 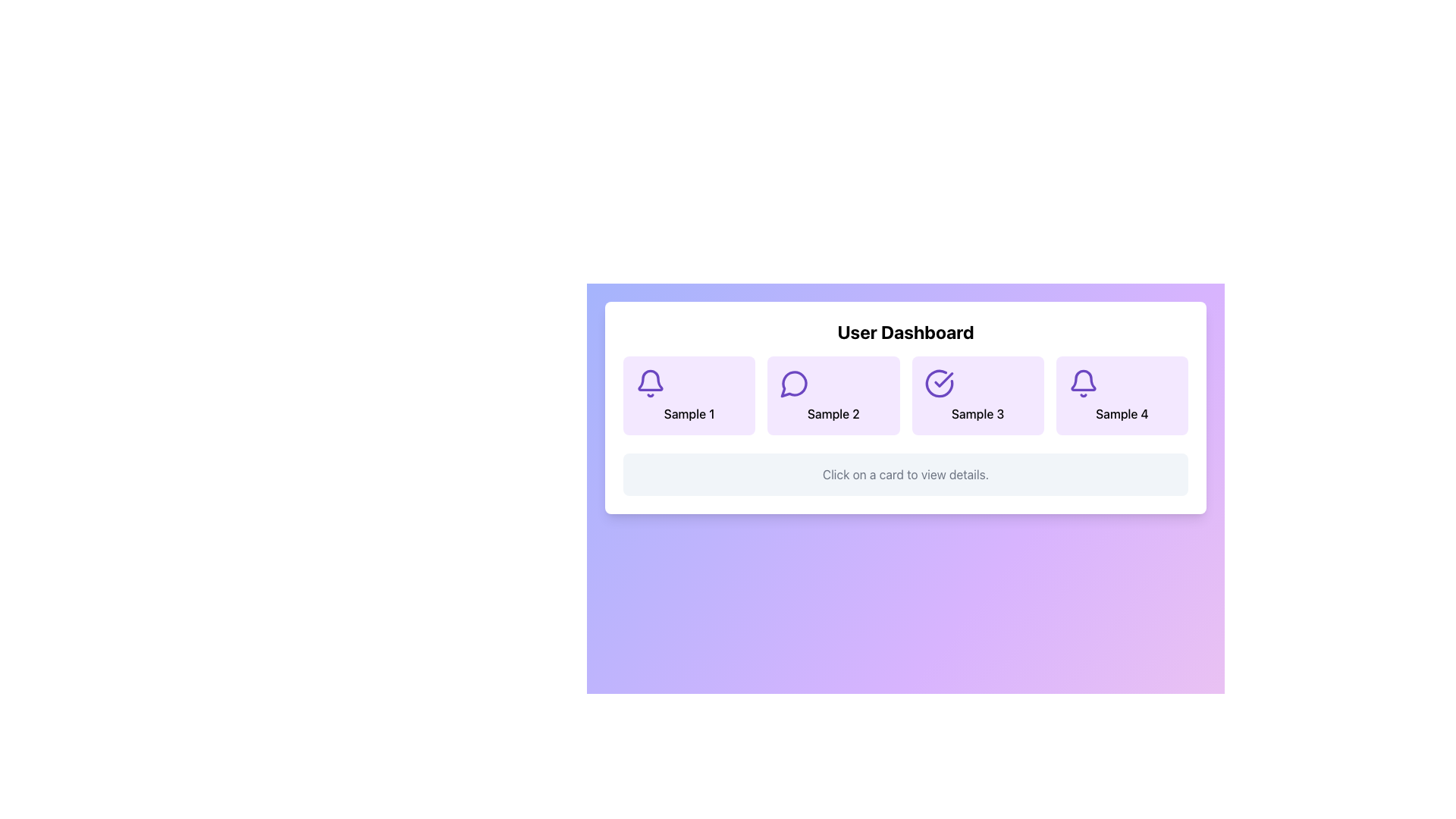 What do you see at coordinates (651, 382) in the screenshot?
I see `the bell icon with a purple border located at the top-left of the 'Sample 1' card in the dashboard interface` at bounding box center [651, 382].